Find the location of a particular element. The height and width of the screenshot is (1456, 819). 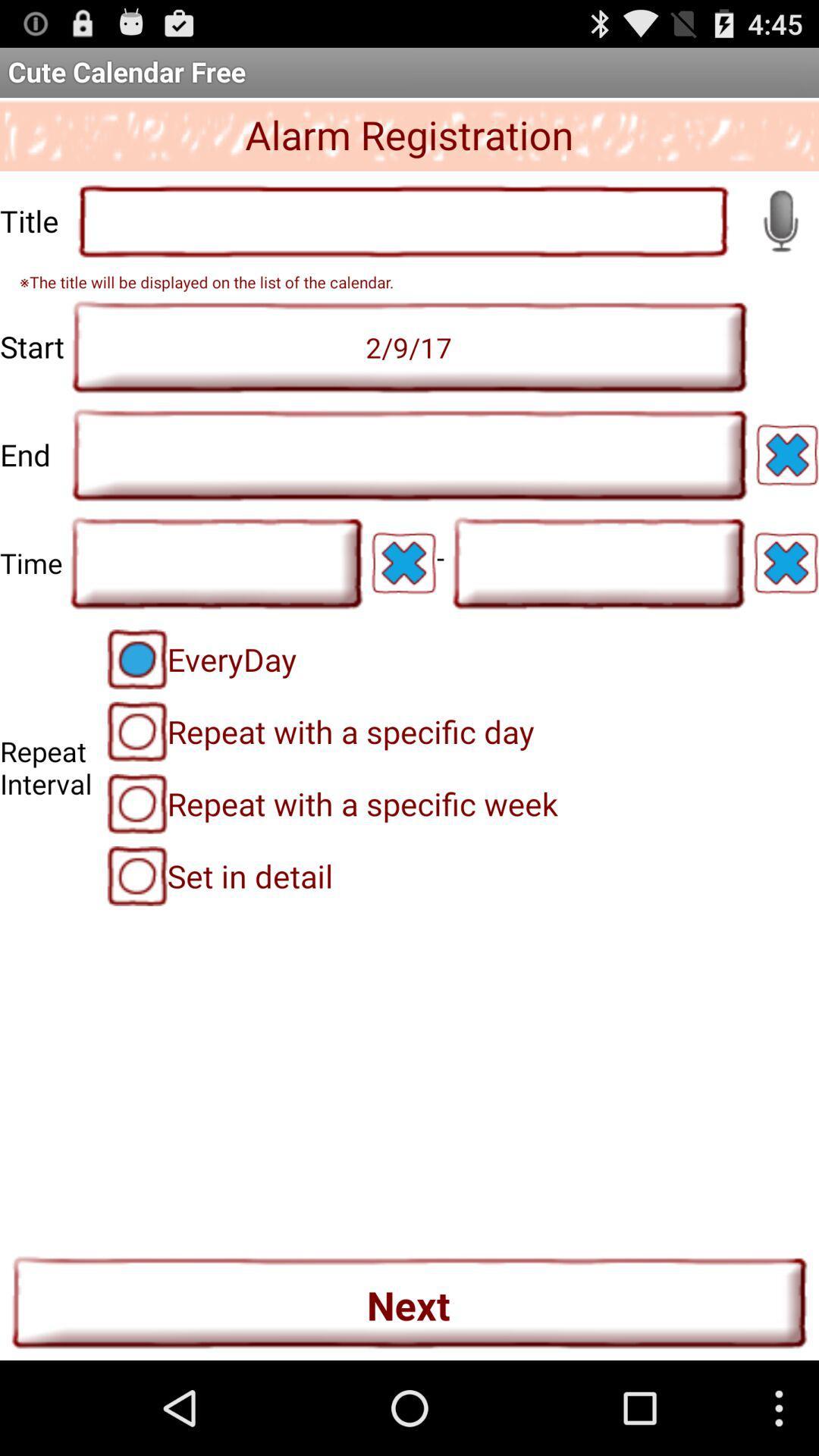

the icon below set in detail item is located at coordinates (409, 1301).